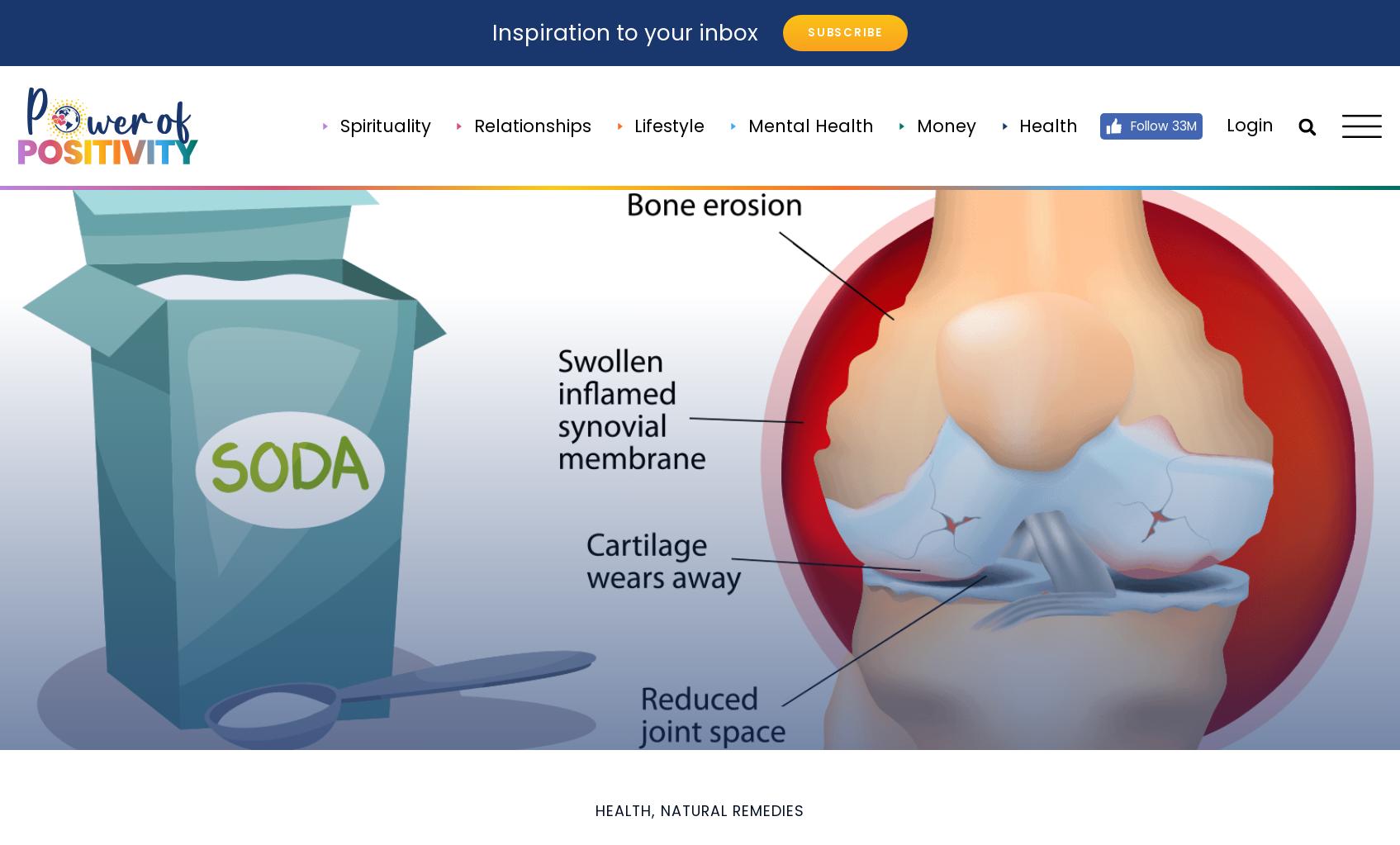  Describe the element at coordinates (1036, 315) in the screenshot. I see `'Back Pain'` at that location.